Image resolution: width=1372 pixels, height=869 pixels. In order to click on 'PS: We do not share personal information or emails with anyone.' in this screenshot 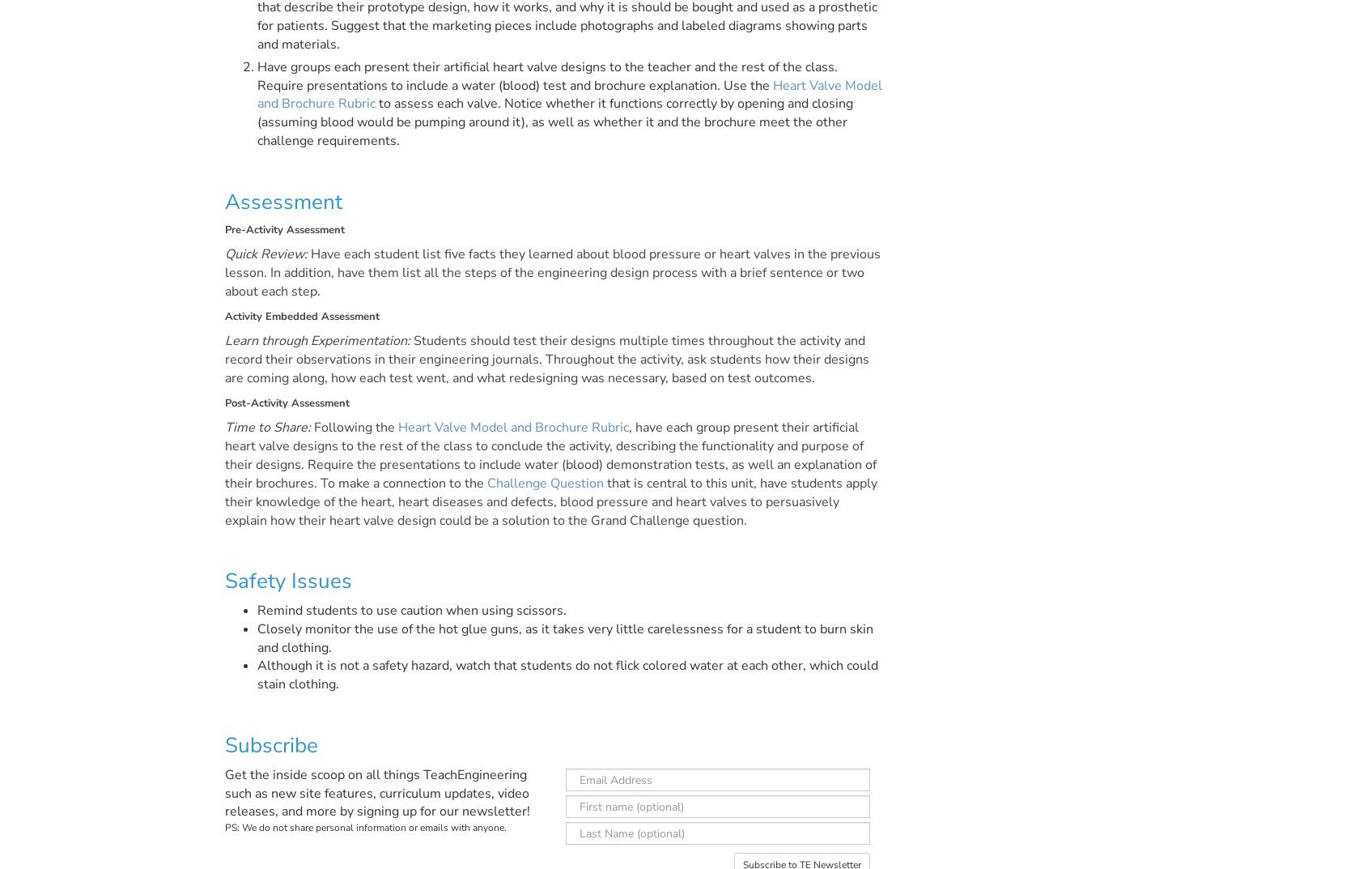, I will do `click(365, 828)`.